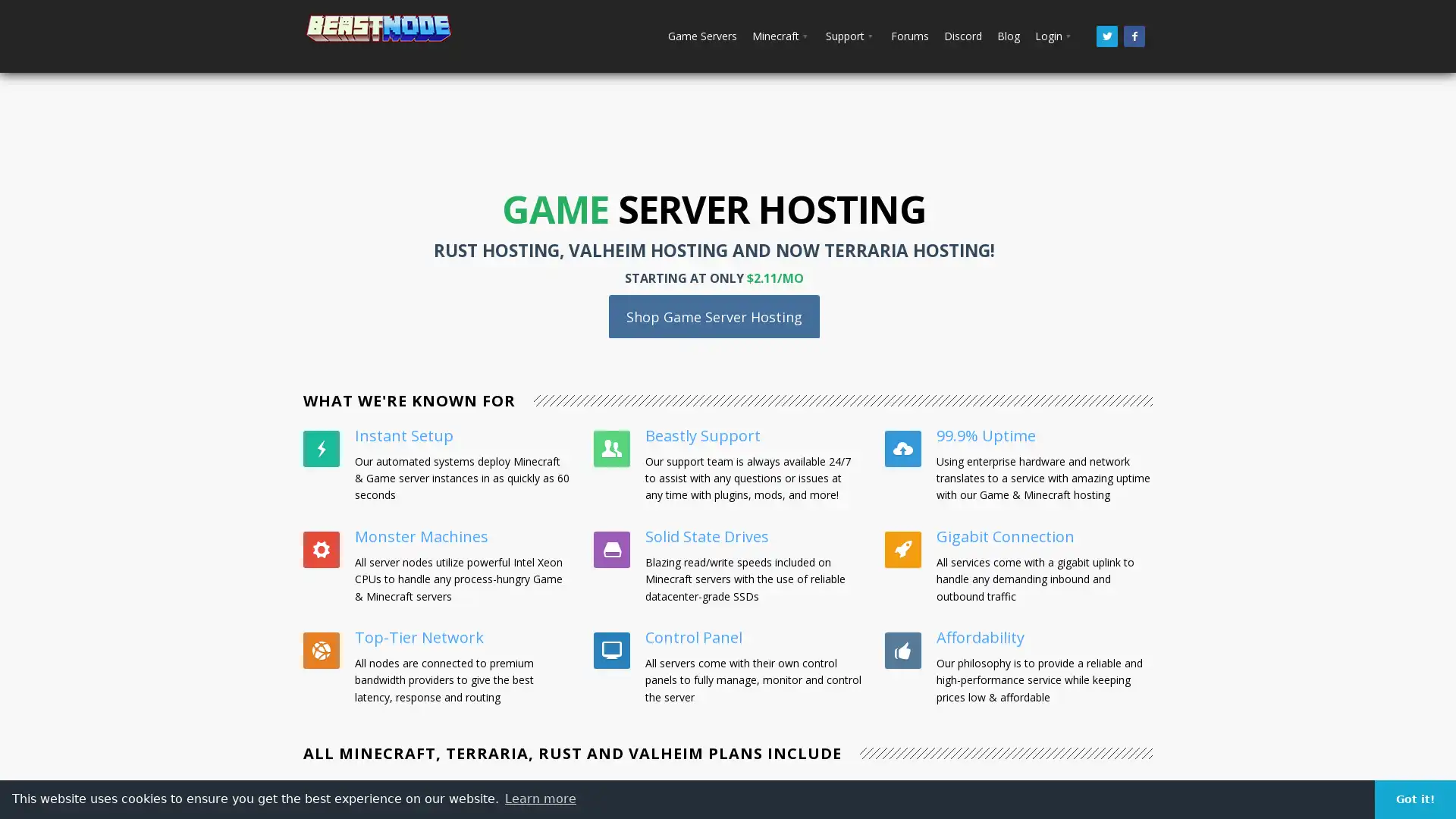  I want to click on learn more about cookies, so click(541, 798).